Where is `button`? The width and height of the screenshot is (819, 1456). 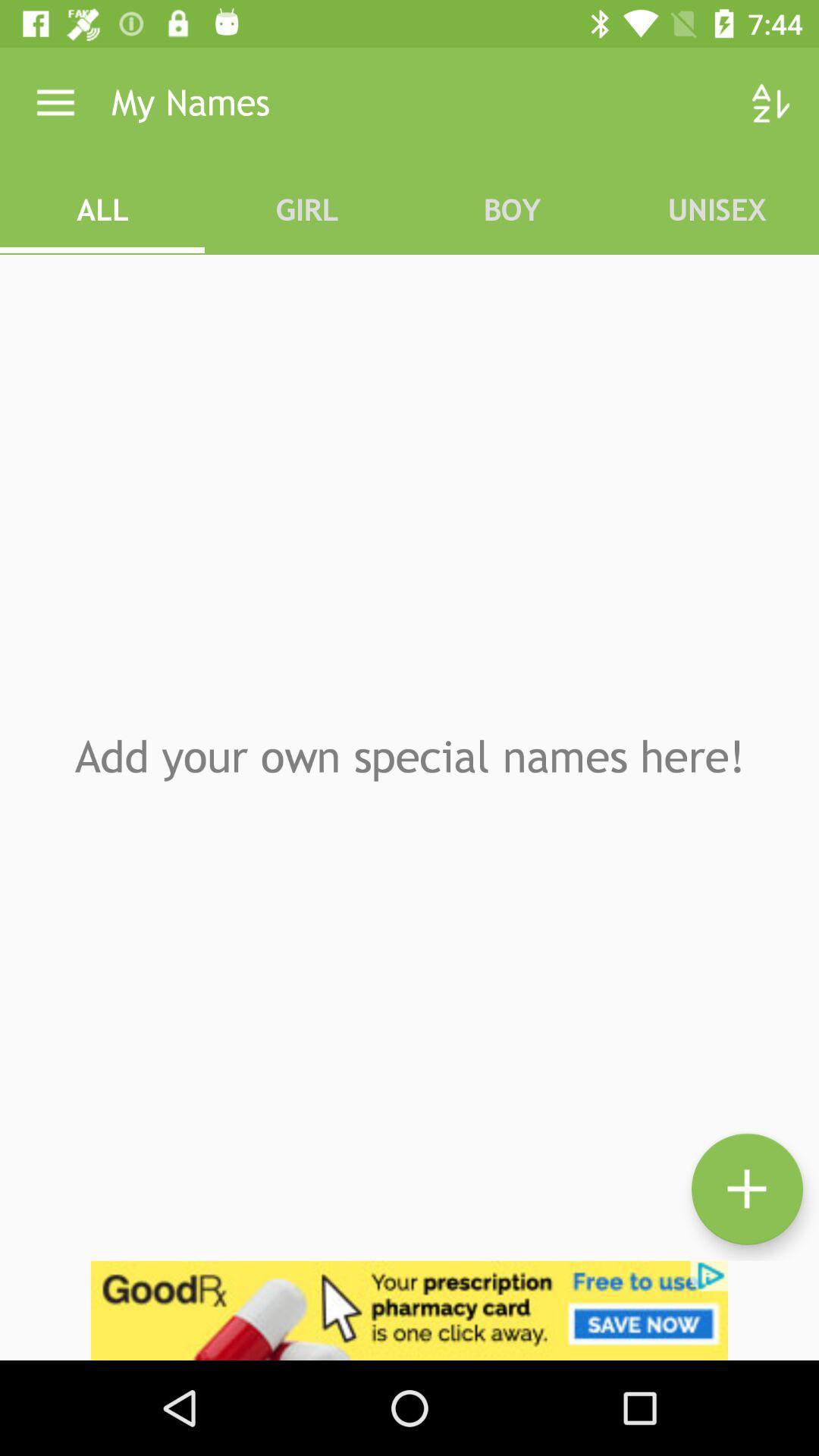 button is located at coordinates (746, 1188).